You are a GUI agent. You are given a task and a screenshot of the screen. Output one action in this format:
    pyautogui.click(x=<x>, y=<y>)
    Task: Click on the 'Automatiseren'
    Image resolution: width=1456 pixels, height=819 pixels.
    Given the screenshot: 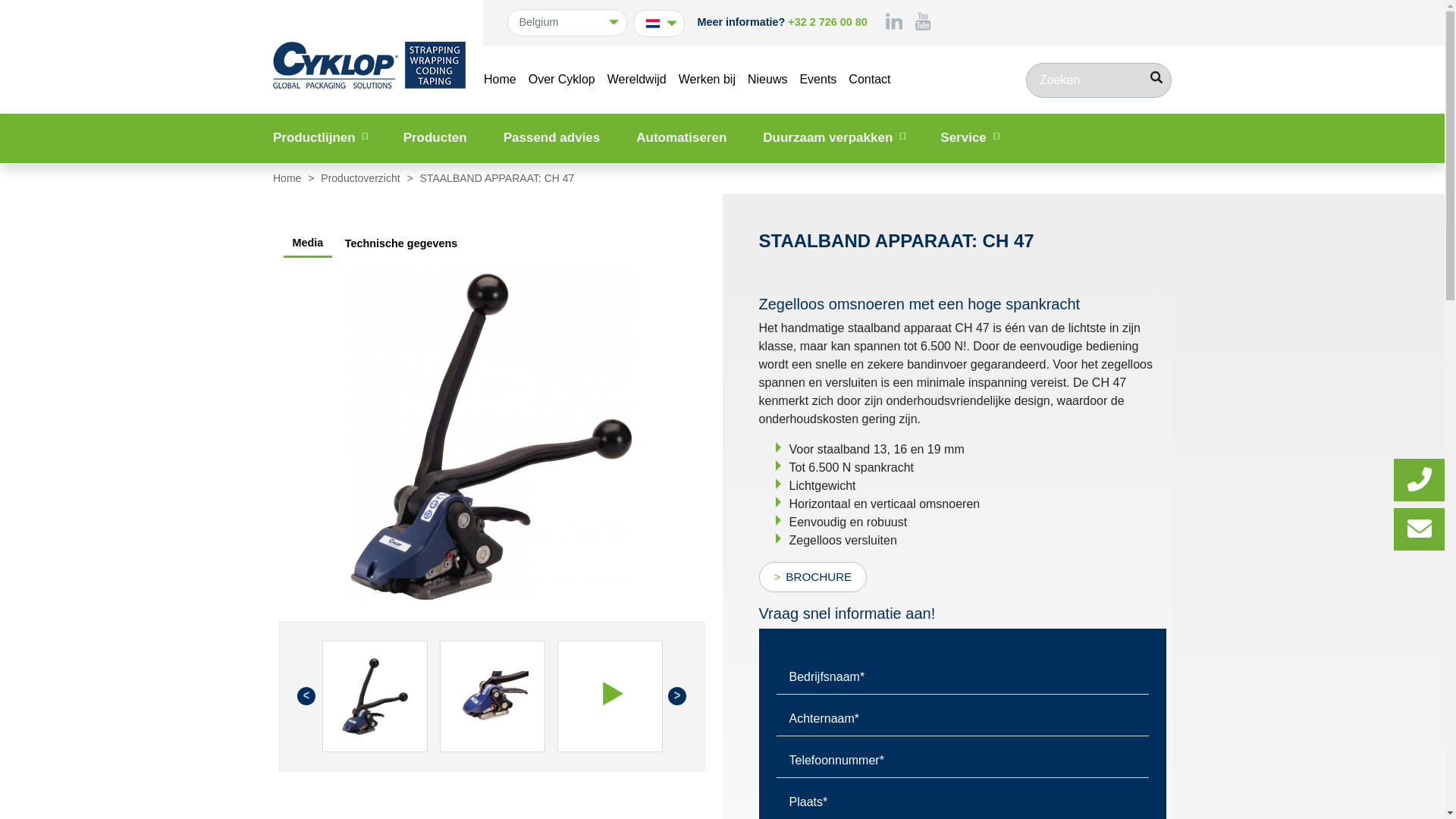 What is the action you would take?
    pyautogui.click(x=680, y=137)
    